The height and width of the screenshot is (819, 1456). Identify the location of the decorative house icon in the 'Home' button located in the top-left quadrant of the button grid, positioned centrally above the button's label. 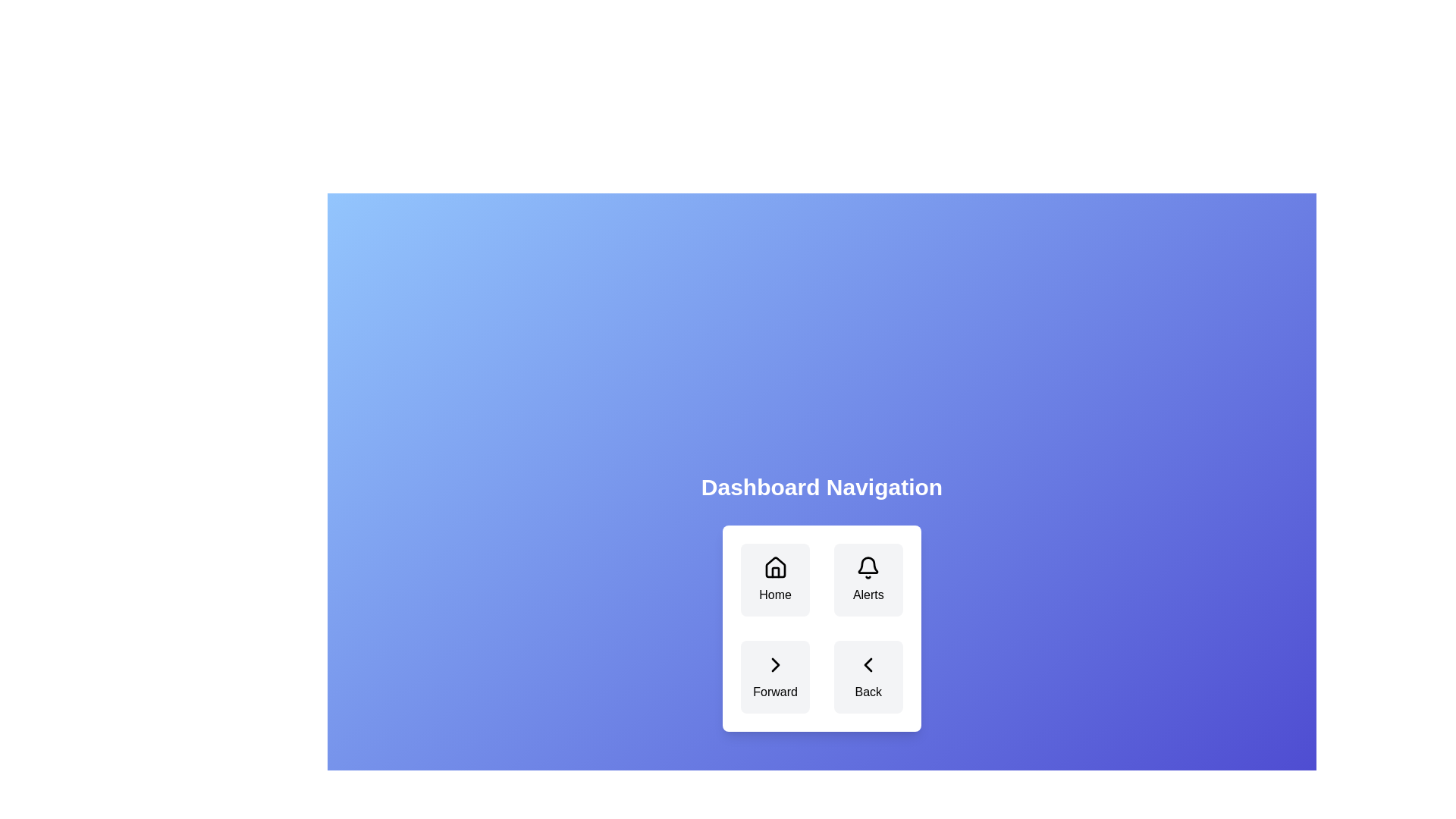
(775, 573).